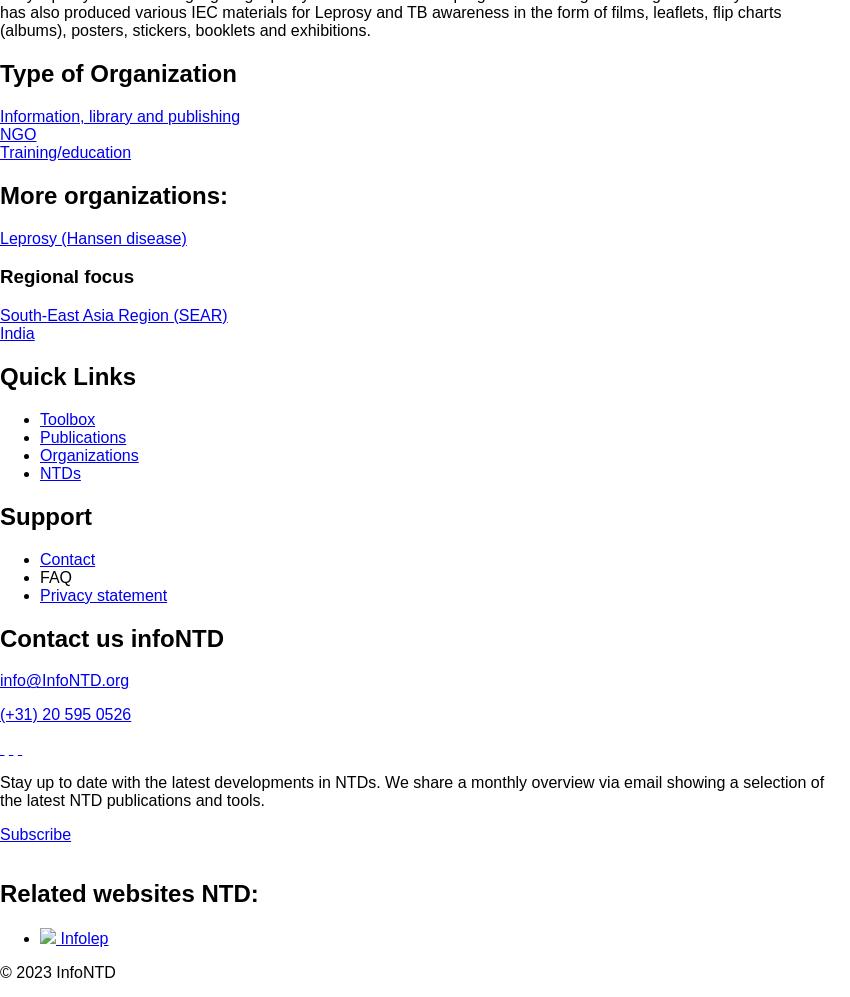 The width and height of the screenshot is (850, 997). I want to click on 'info@InfoNTD.org', so click(64, 680).